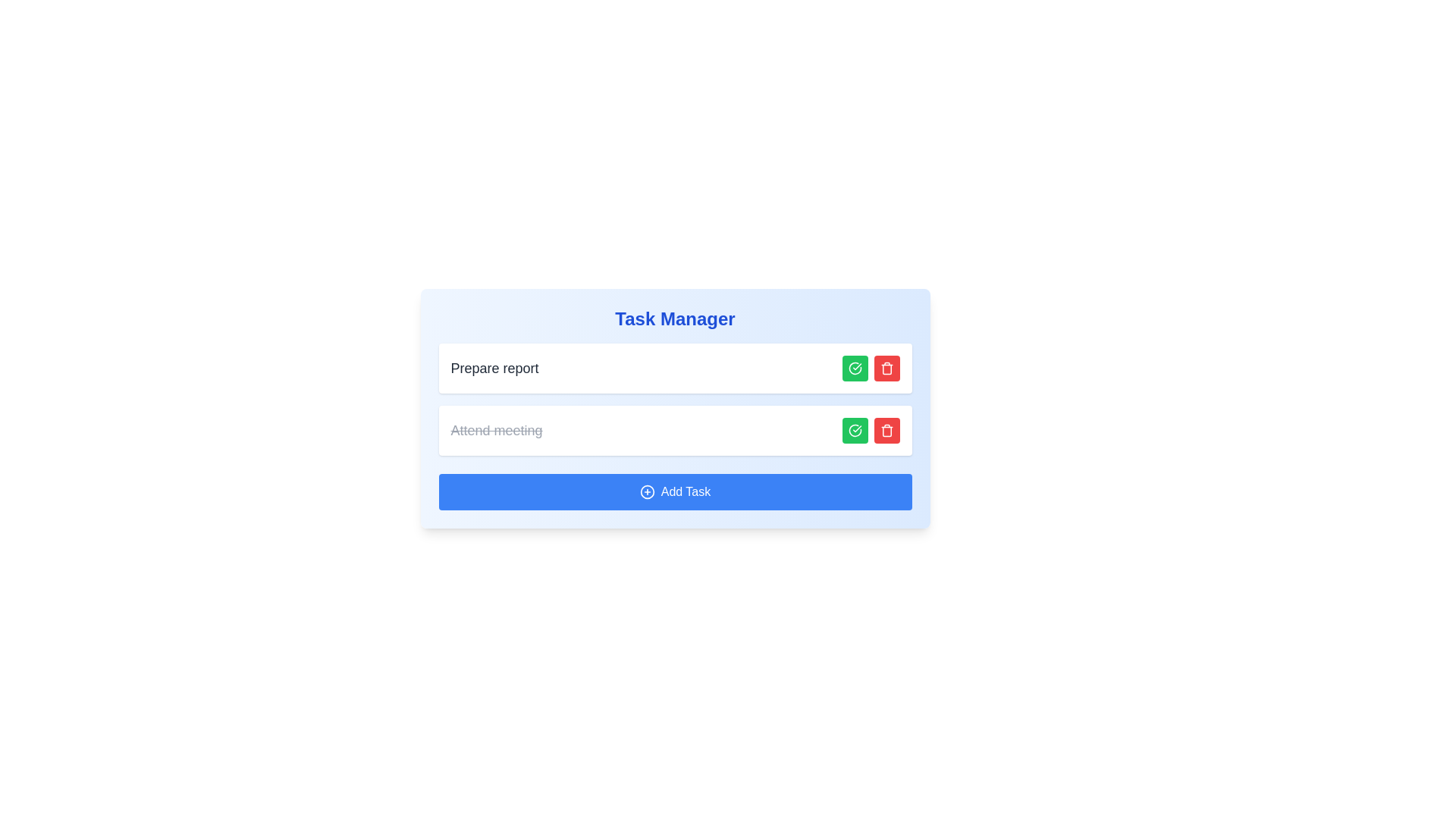 The width and height of the screenshot is (1456, 819). I want to click on the static text label reading 'Prepare report' located in the header of the task card, so click(494, 369).